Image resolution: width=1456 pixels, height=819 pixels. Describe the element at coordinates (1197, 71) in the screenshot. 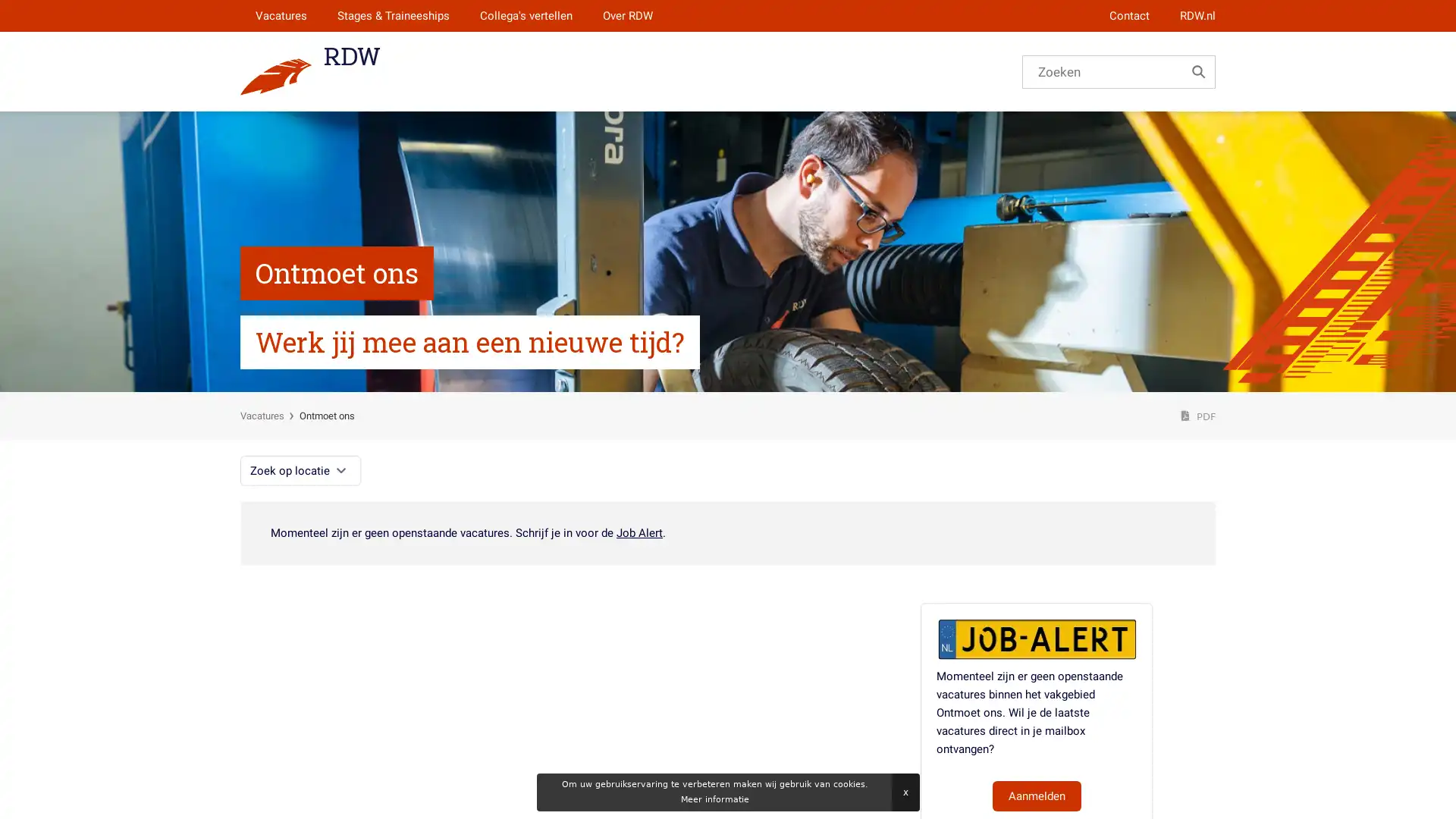

I see `Zoek...` at that location.